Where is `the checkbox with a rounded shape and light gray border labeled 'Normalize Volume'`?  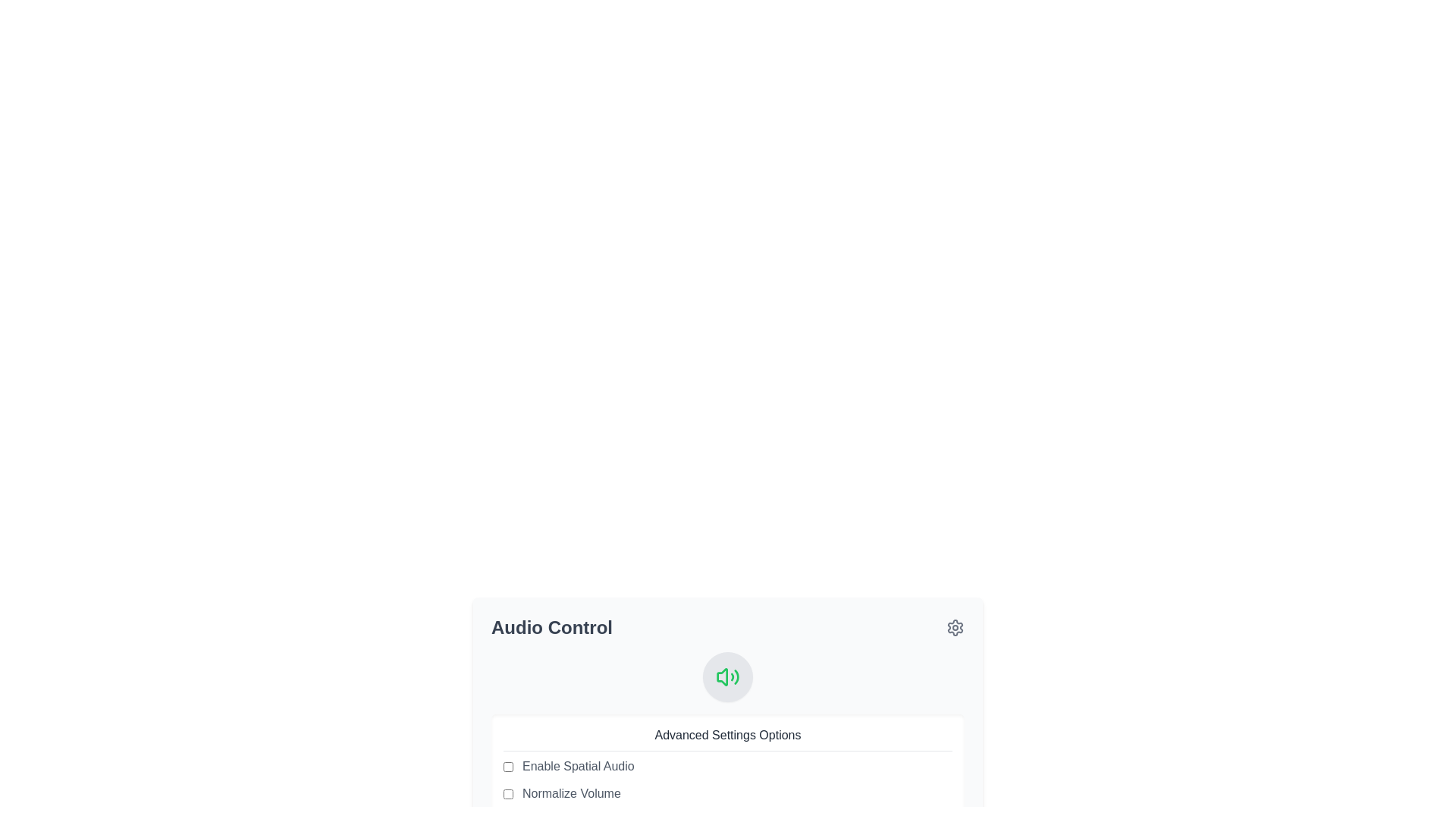
the checkbox with a rounded shape and light gray border labeled 'Normalize Volume' is located at coordinates (508, 792).